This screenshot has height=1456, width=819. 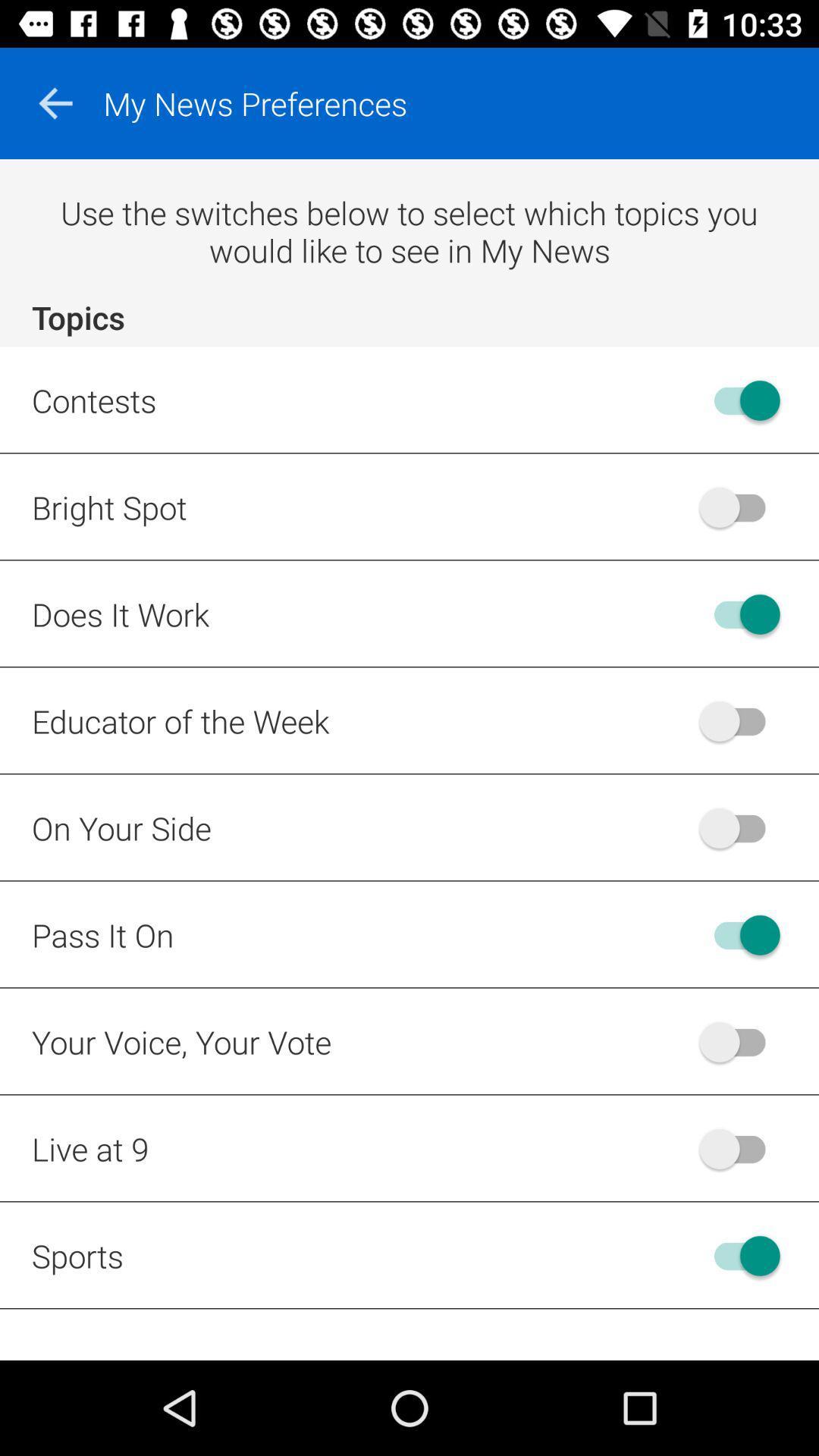 I want to click on educator of the week, so click(x=739, y=720).